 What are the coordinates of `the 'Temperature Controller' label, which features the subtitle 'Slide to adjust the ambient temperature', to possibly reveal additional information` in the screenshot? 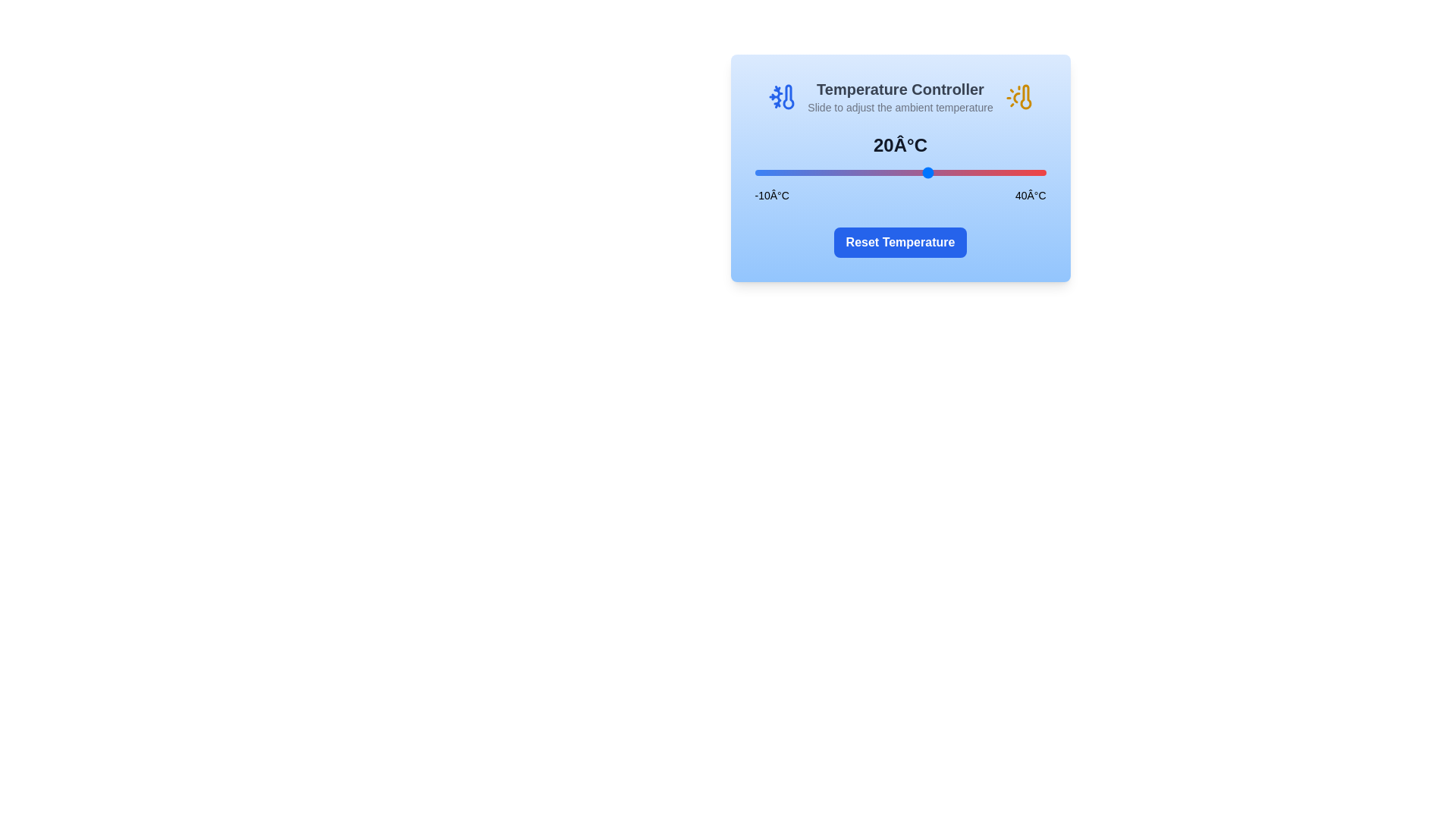 It's located at (900, 96).